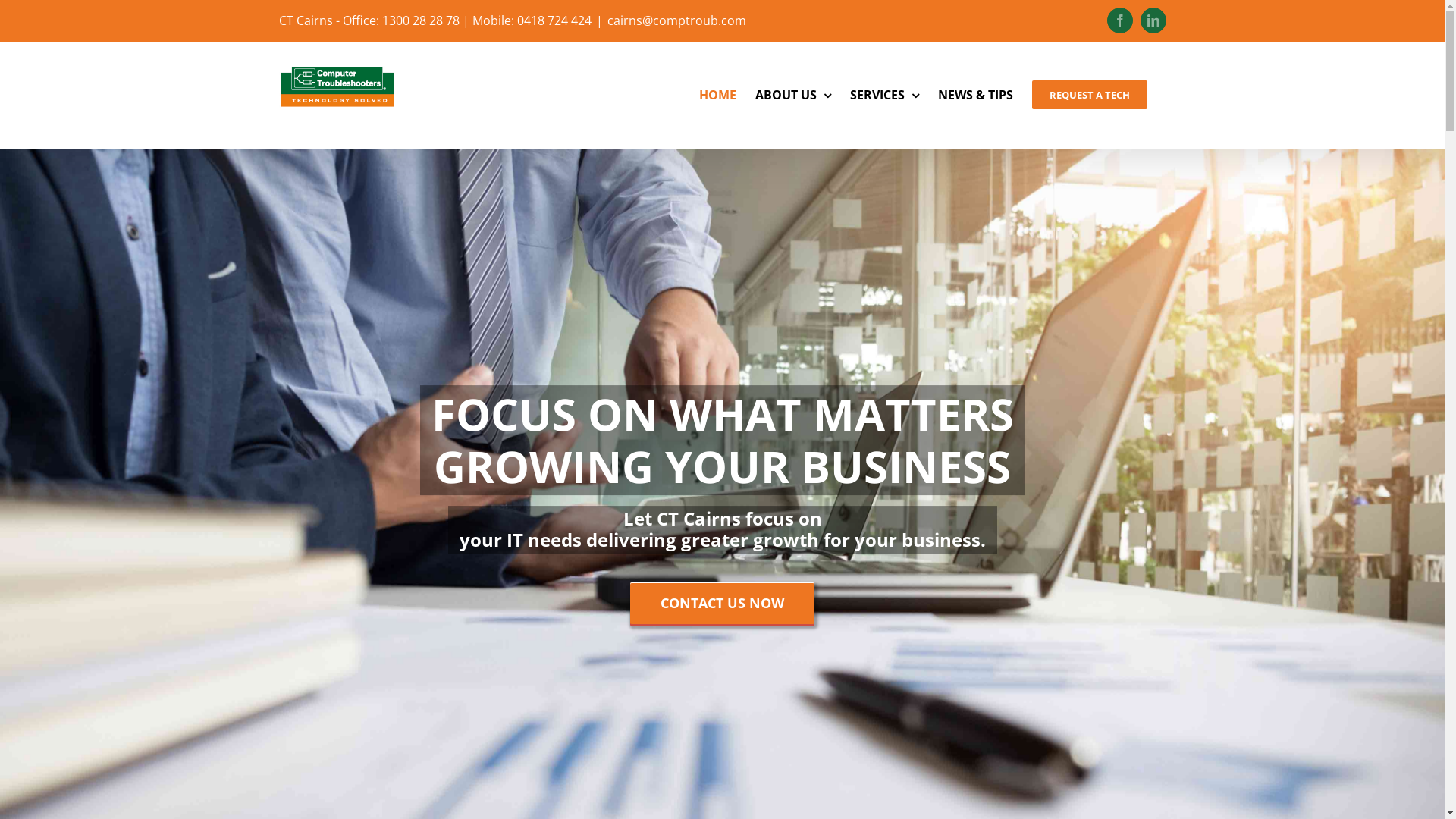  What do you see at coordinates (1087, 94) in the screenshot?
I see `'REQUEST A TECH'` at bounding box center [1087, 94].